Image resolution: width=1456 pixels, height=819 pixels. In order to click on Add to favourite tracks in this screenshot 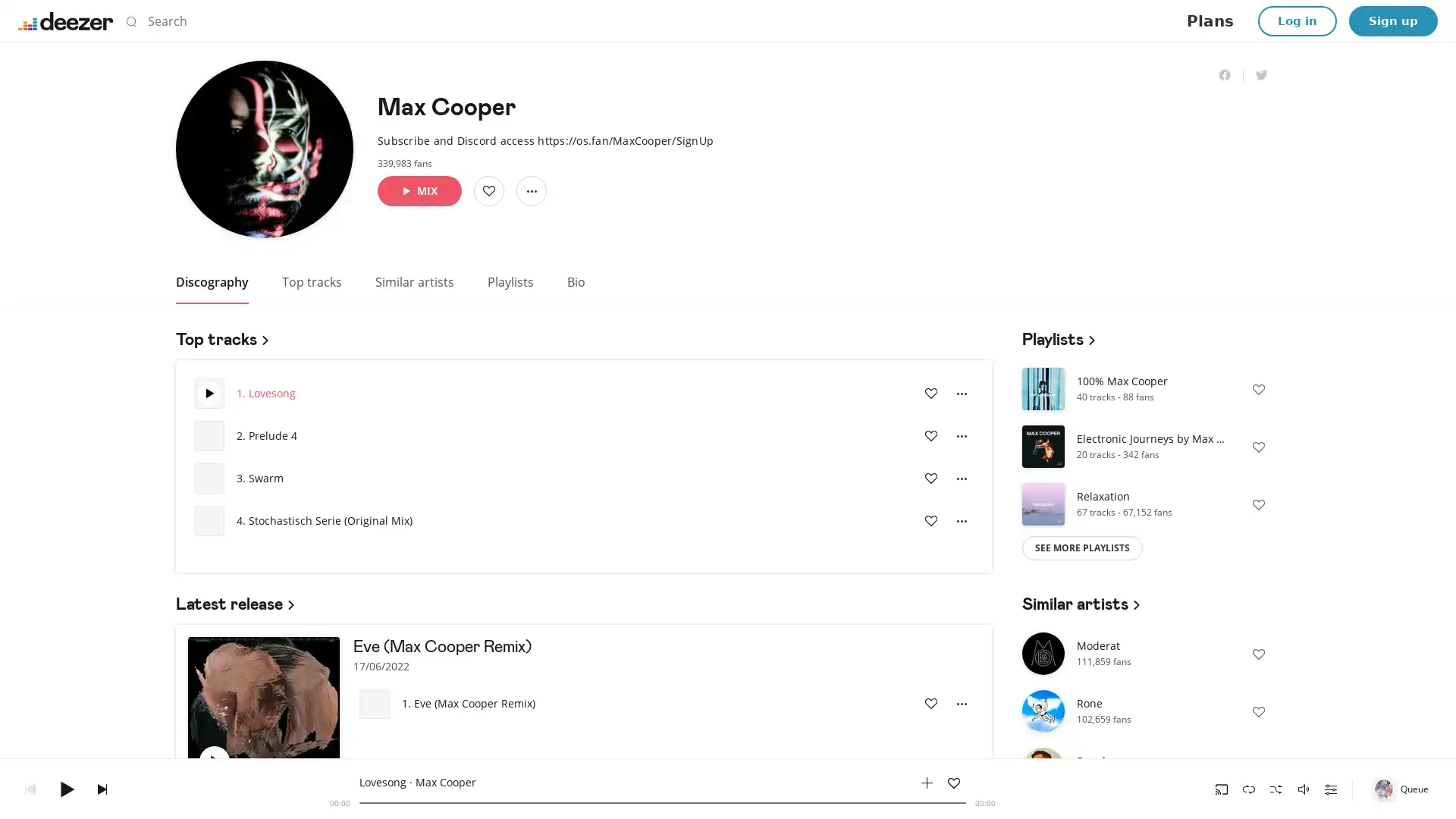, I will do `click(952, 783)`.